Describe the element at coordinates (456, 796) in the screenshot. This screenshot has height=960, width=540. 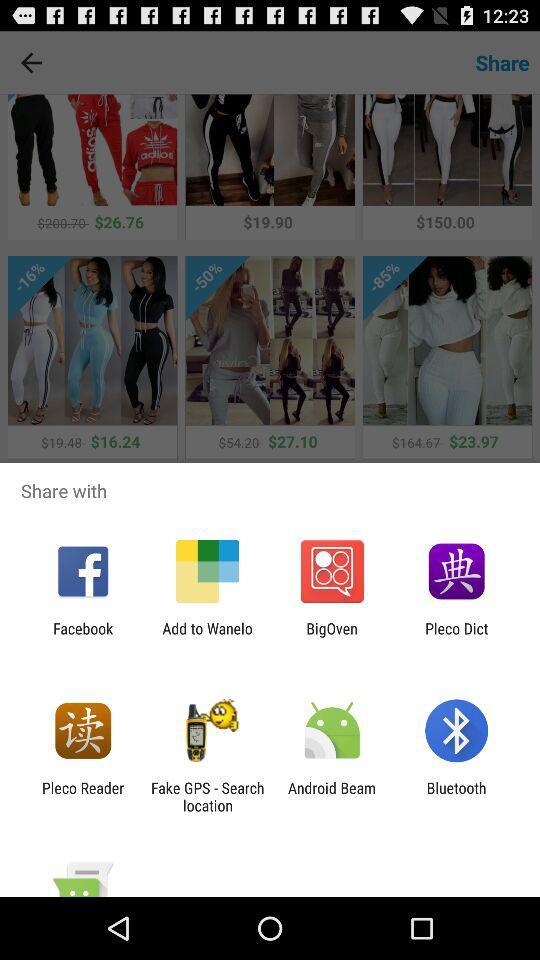
I see `bluetooth icon` at that location.